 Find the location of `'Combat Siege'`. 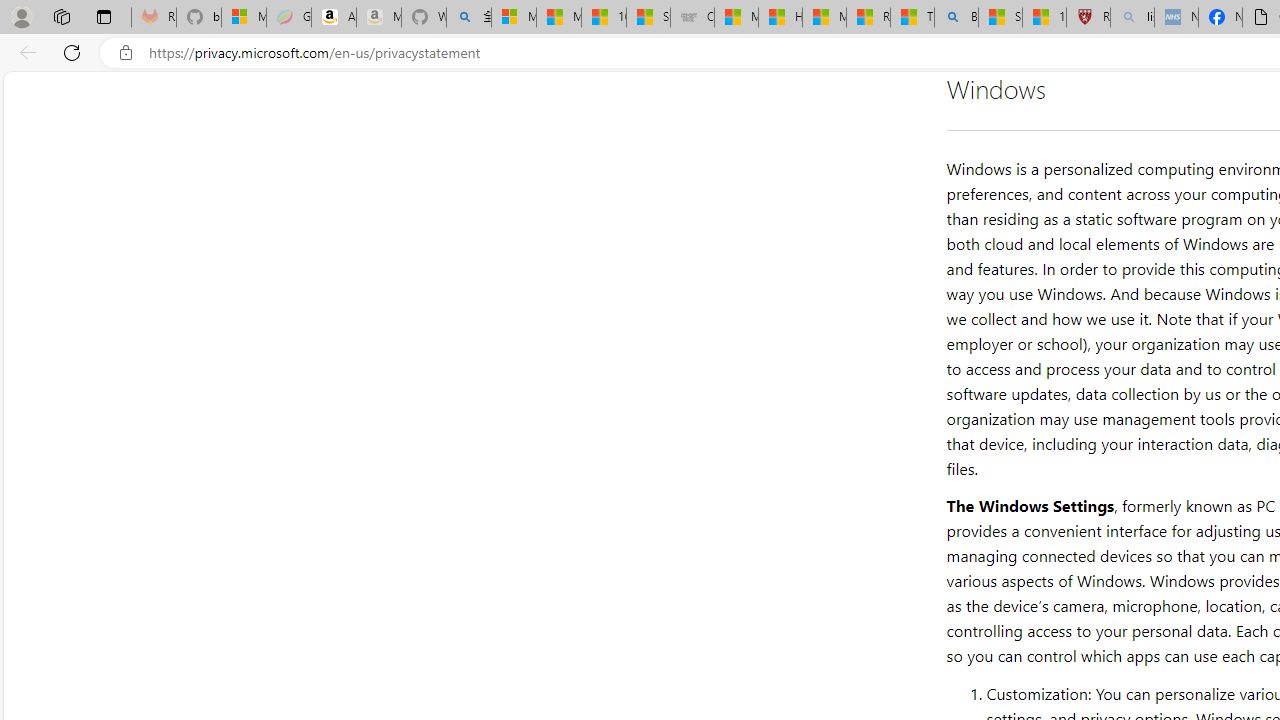

'Combat Siege' is located at coordinates (692, 17).